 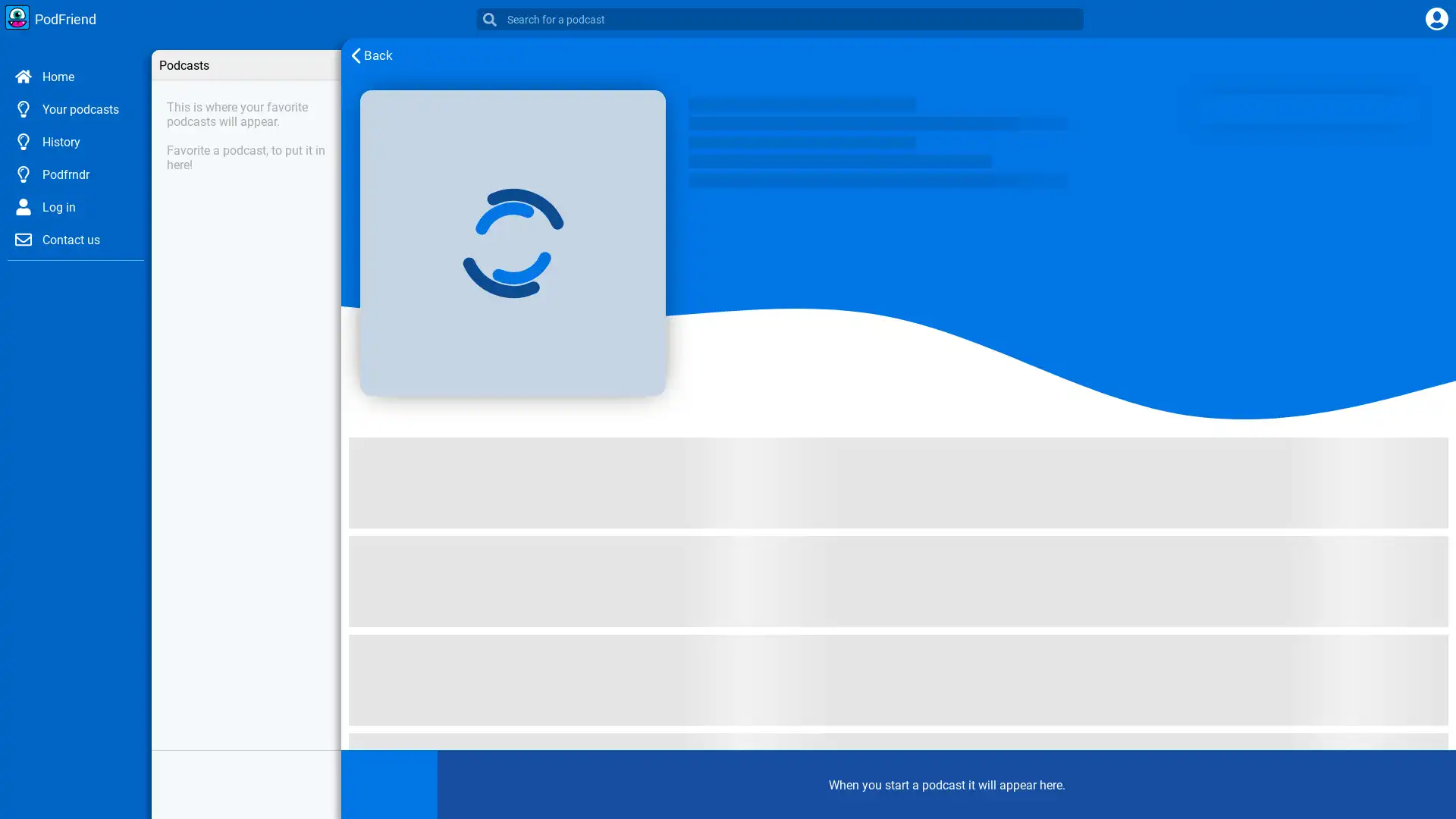 I want to click on Back, so click(x=367, y=55).